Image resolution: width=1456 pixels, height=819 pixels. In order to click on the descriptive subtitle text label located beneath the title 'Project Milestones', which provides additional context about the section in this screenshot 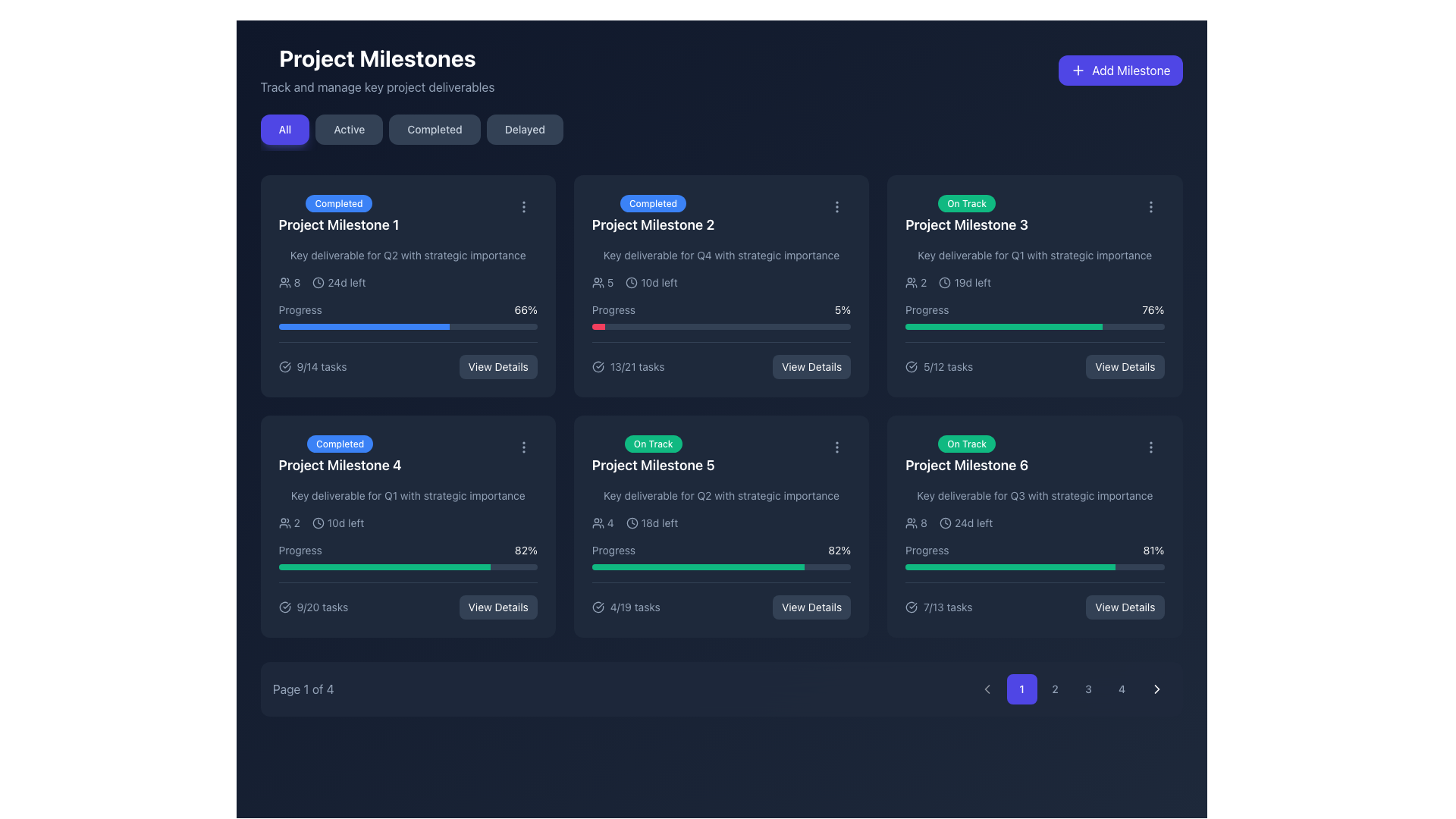, I will do `click(377, 87)`.